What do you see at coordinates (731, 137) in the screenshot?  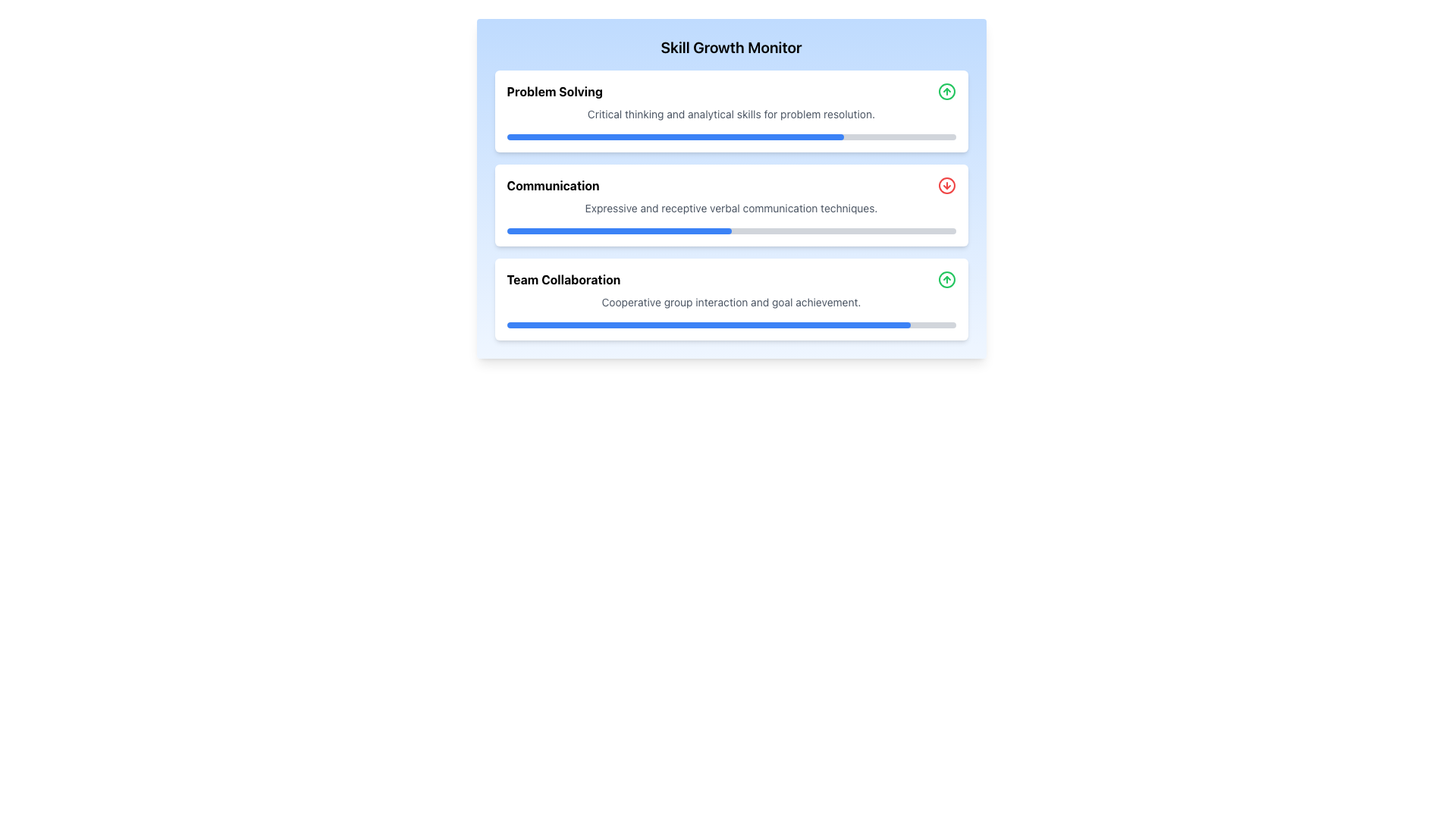 I see `the progress visually on the progress bar representing the 'Problem Solving' skill, located under the 'Critical thinking and analytical skills for problem resolution.' text` at bounding box center [731, 137].